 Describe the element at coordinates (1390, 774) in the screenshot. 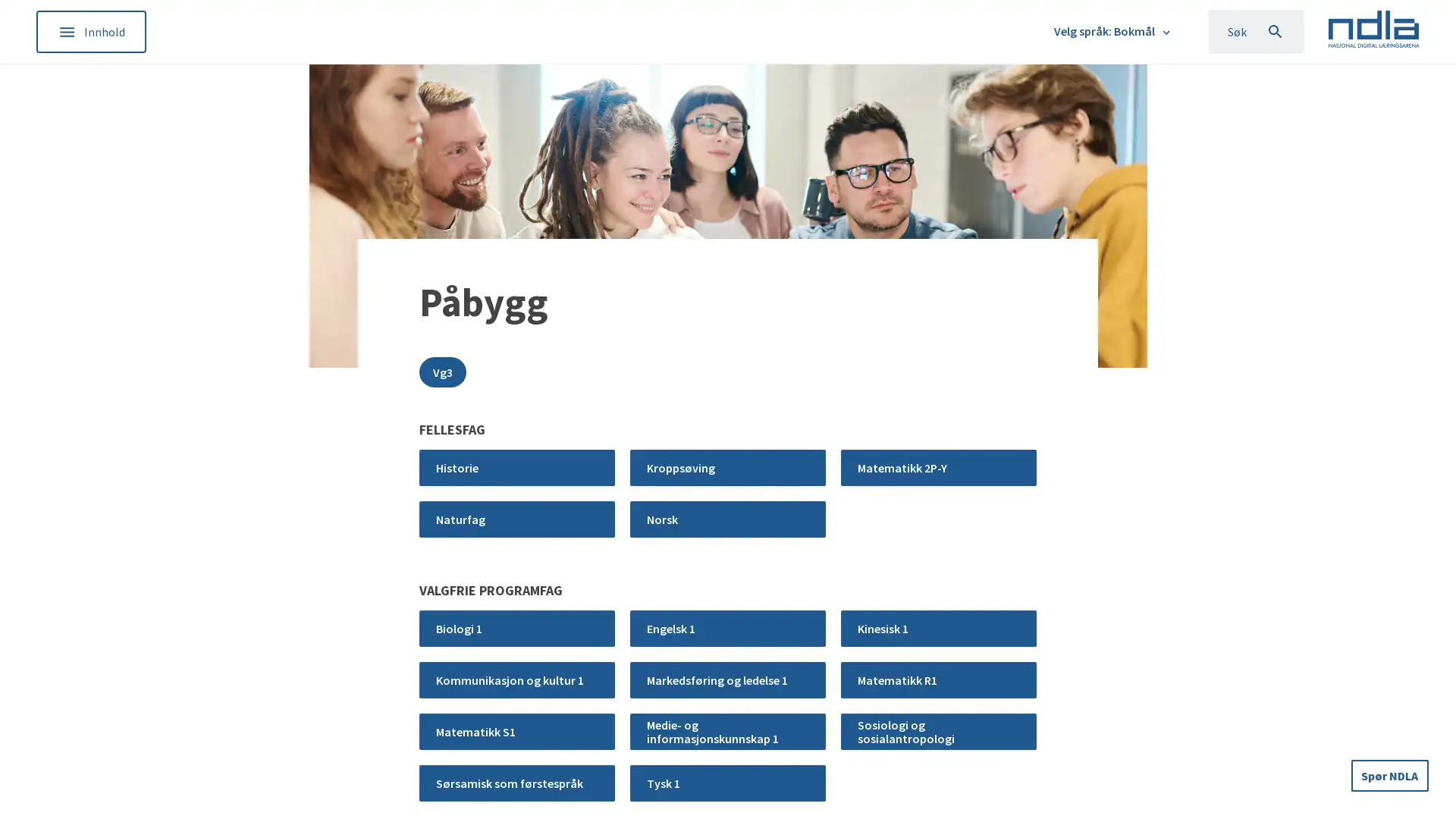

I see `Spr NDLA` at that location.